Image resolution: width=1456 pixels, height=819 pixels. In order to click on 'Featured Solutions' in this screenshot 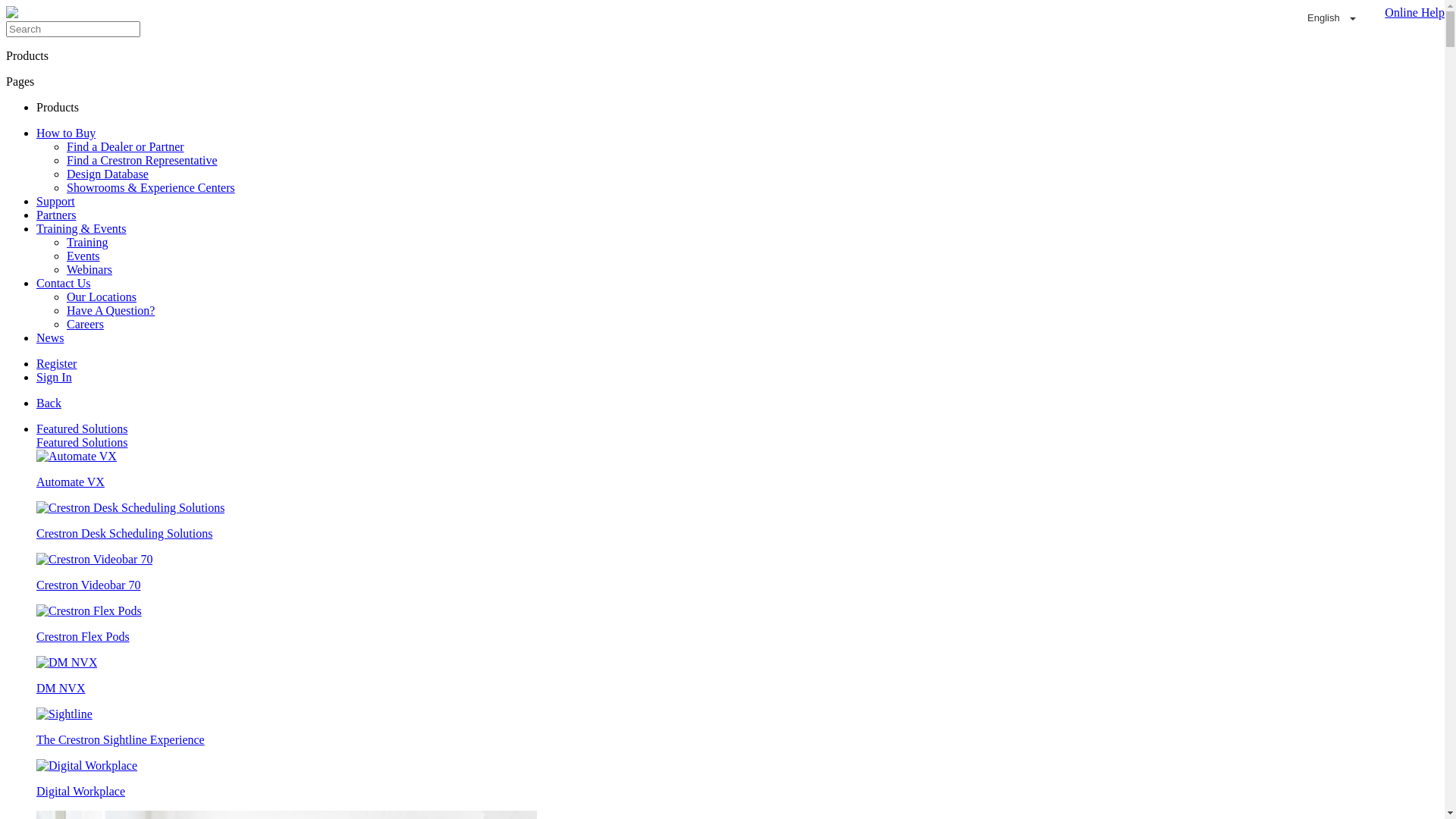, I will do `click(36, 428)`.